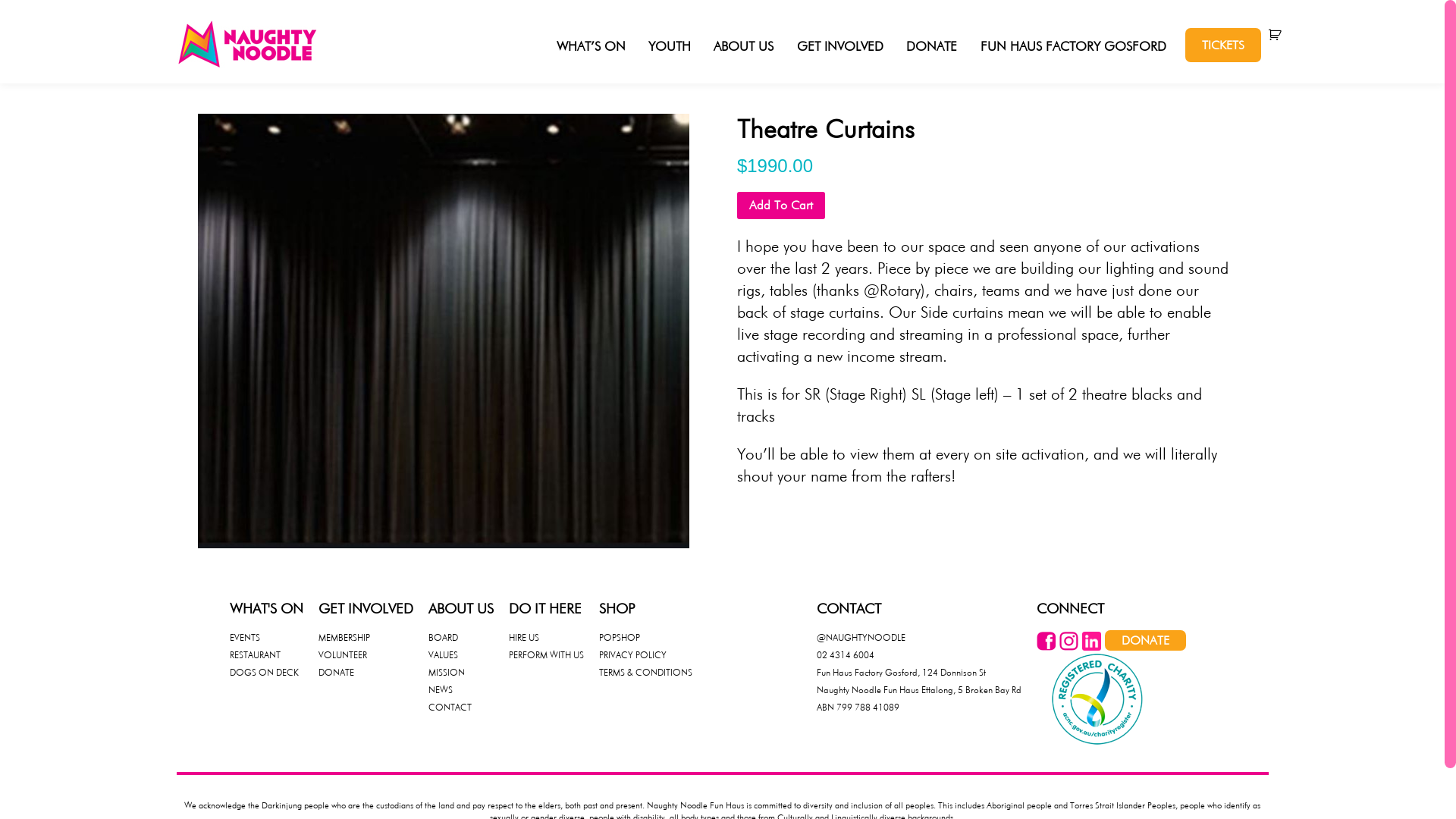  What do you see at coordinates (341, 654) in the screenshot?
I see `'VOLUNTEER'` at bounding box center [341, 654].